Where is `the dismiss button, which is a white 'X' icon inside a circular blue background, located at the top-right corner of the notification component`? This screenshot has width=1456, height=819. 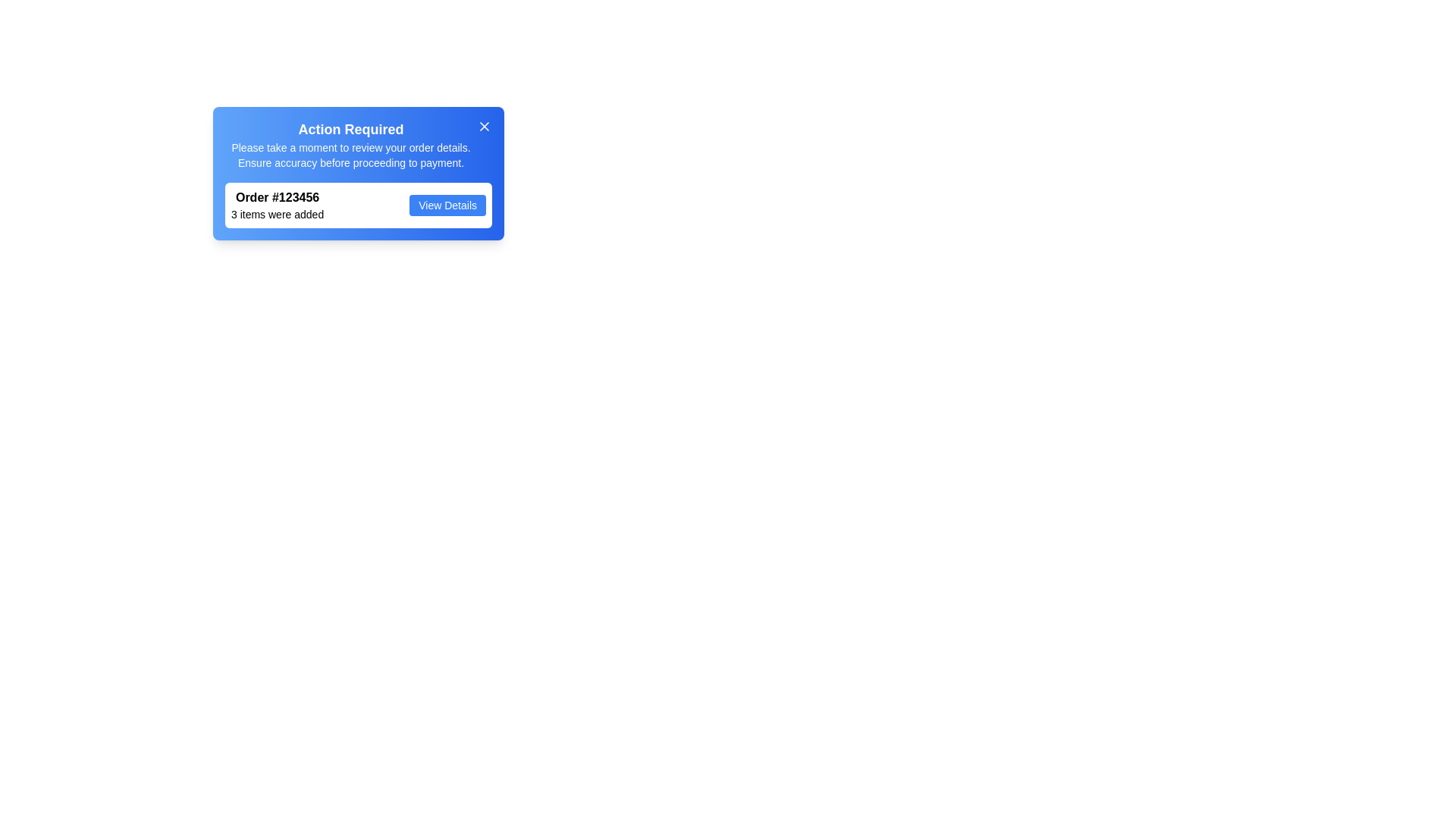
the dismiss button, which is a white 'X' icon inside a circular blue background, located at the top-right corner of the notification component is located at coordinates (483, 125).